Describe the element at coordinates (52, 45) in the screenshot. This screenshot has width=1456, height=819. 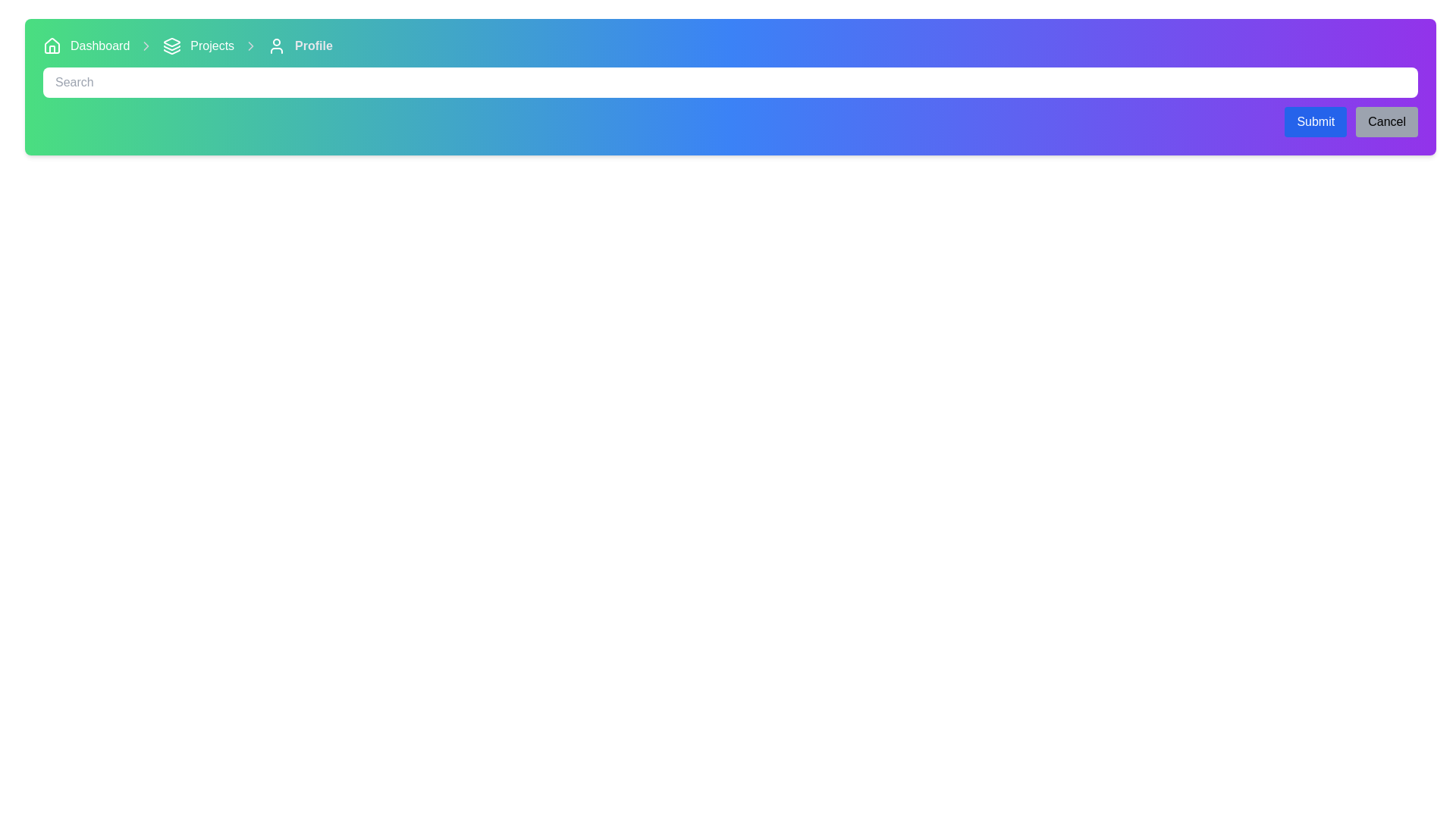
I see `keyboard navigation` at that location.